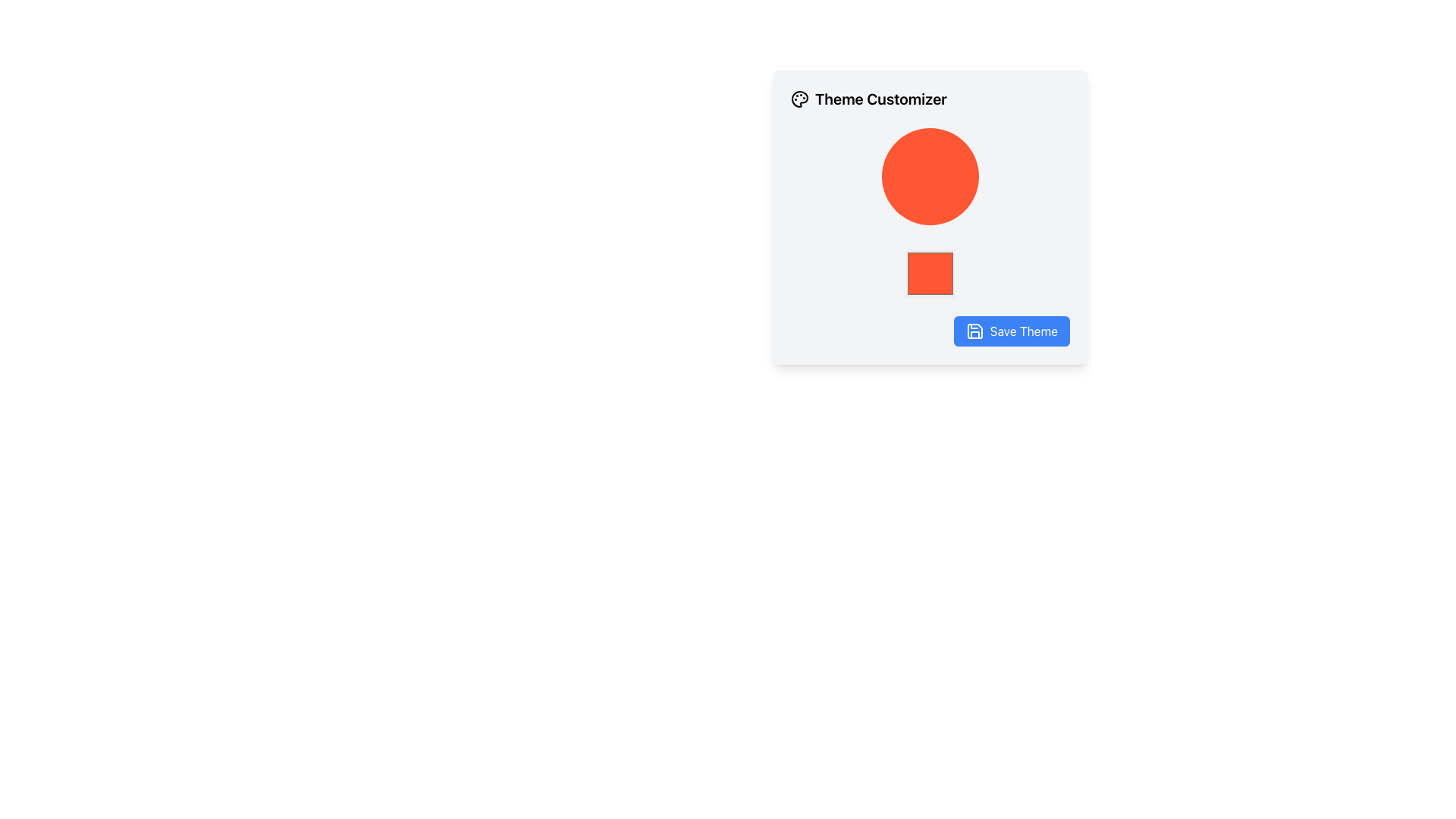 Image resolution: width=1456 pixels, height=819 pixels. Describe the element at coordinates (799, 99) in the screenshot. I see `the painter's palette icon in the 'Theme Customizer' header section, which is characterized by its minimalistic design and black paint spots` at that location.